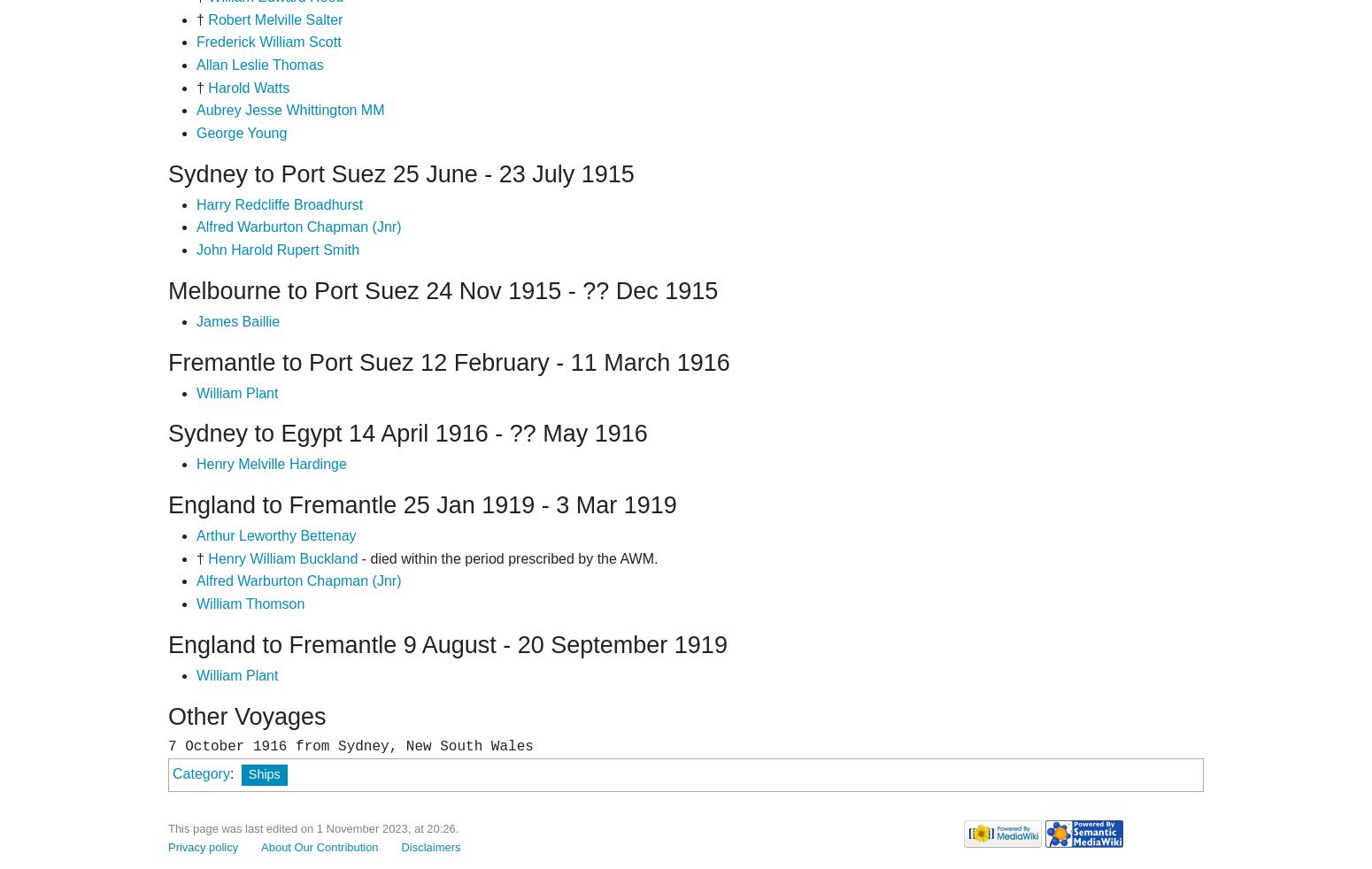  I want to click on 'Henry William Buckland', so click(281, 557).